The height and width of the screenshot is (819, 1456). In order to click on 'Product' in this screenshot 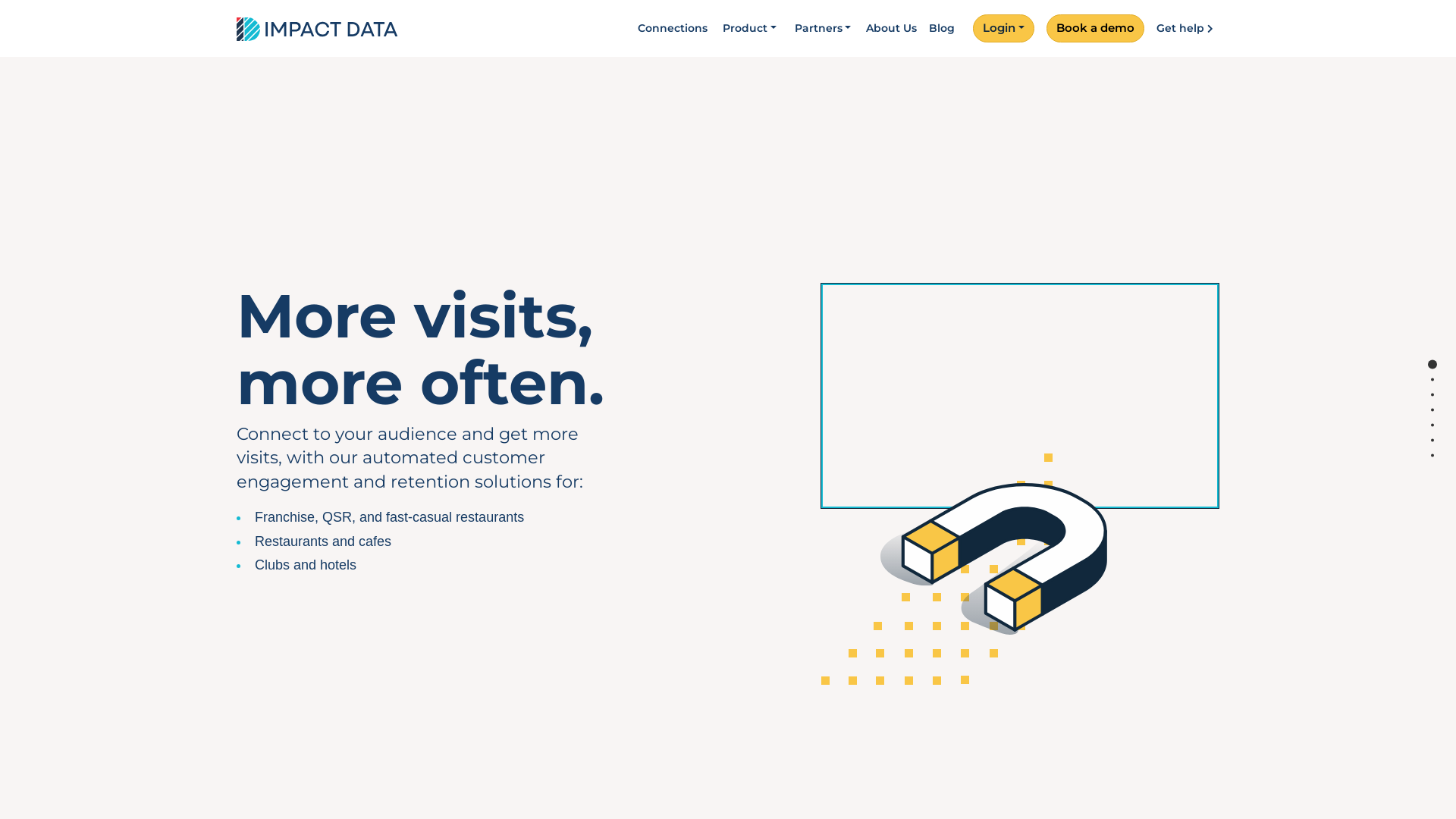, I will do `click(749, 28)`.